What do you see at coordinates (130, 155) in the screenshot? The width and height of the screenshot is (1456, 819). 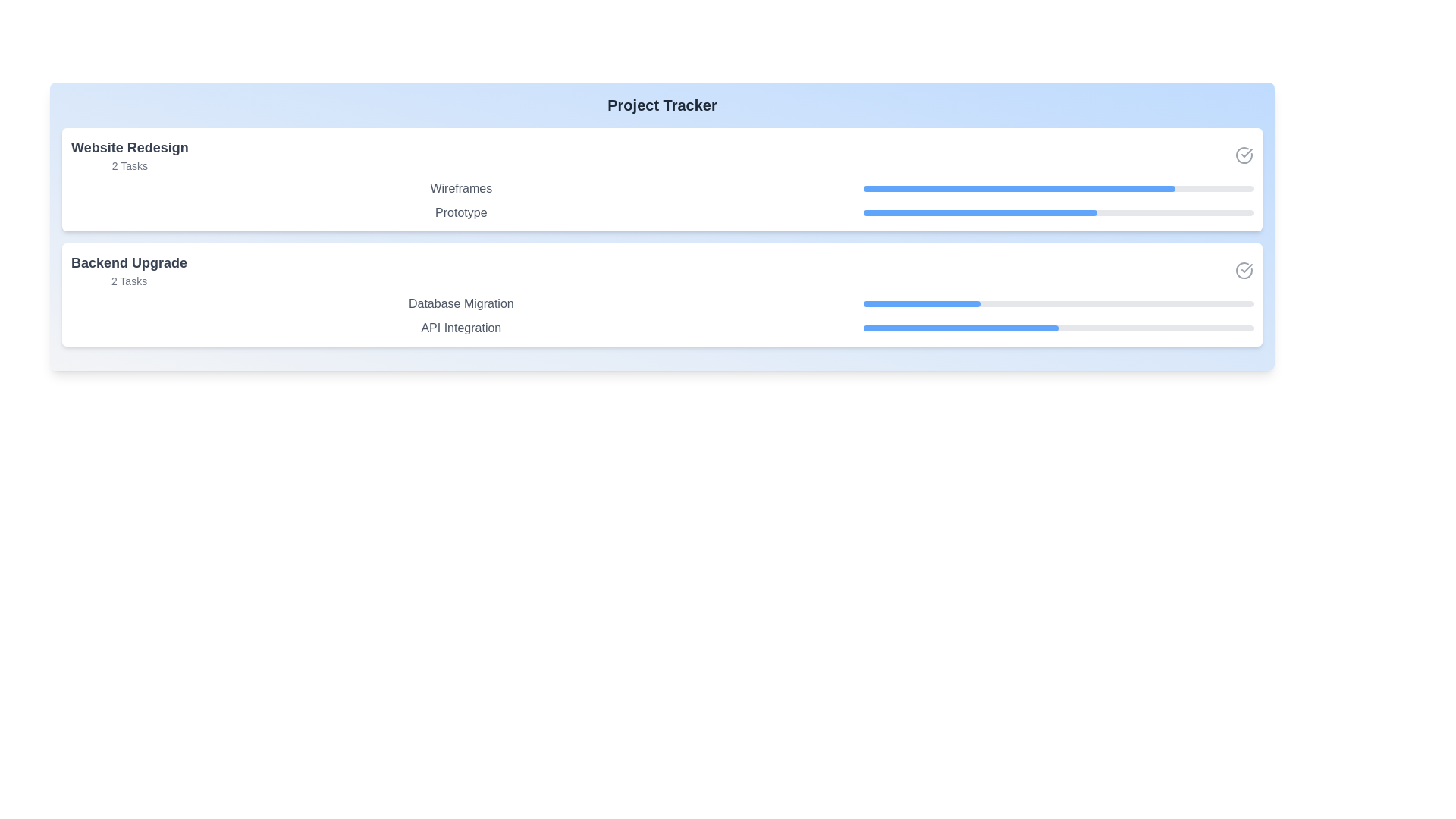 I see `the text label displaying 'Website Redesign' and '2 Tasks', located in the top-left corner of the section labeled 'Website Redesign'` at bounding box center [130, 155].